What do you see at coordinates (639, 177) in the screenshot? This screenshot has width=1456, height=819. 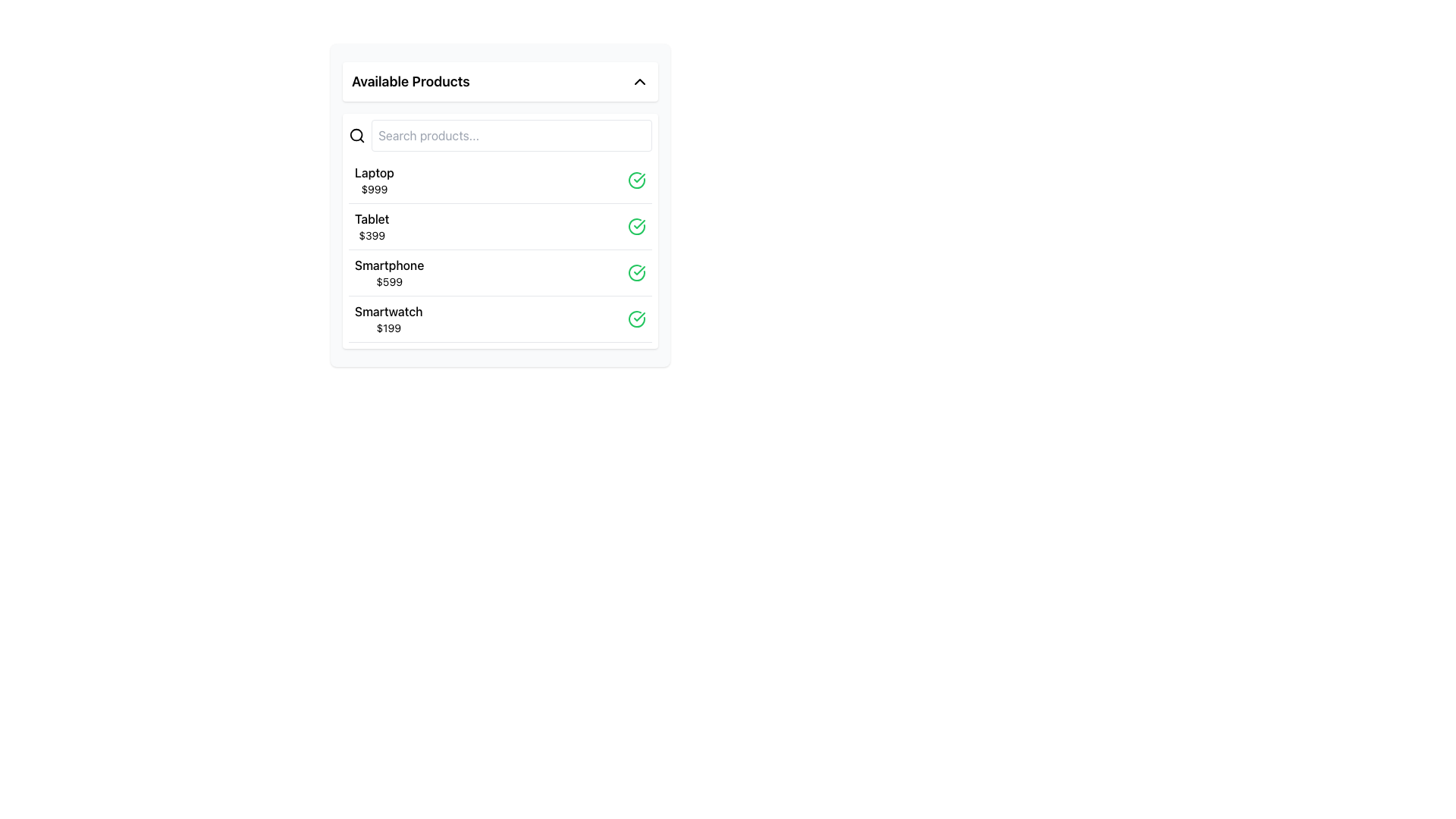 I see `the selection icon for the 'Tablet $399' in the product list, which indicates that the product is selected or confirmed` at bounding box center [639, 177].